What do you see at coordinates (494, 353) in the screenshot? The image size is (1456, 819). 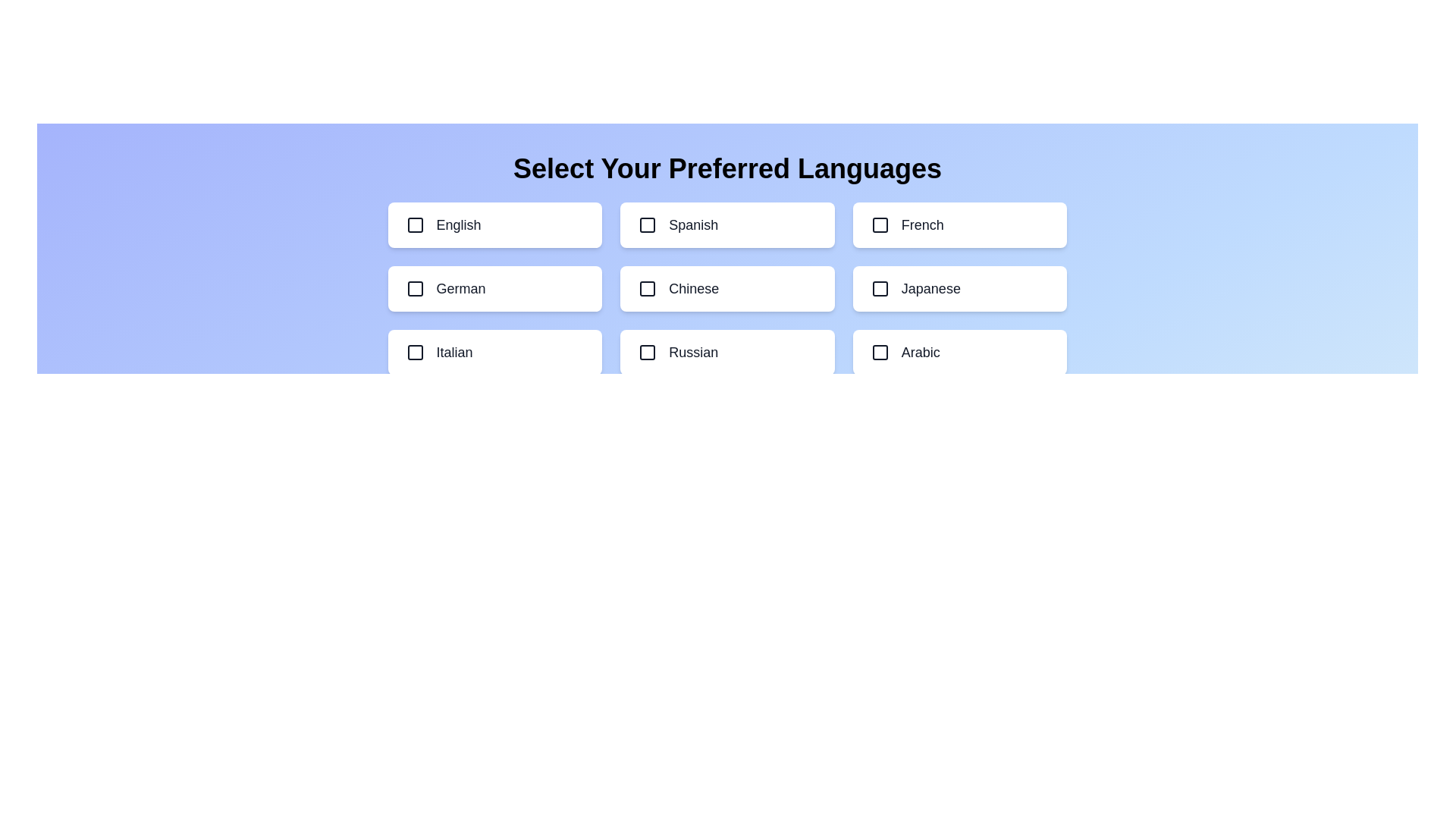 I see `the language option Italian` at bounding box center [494, 353].